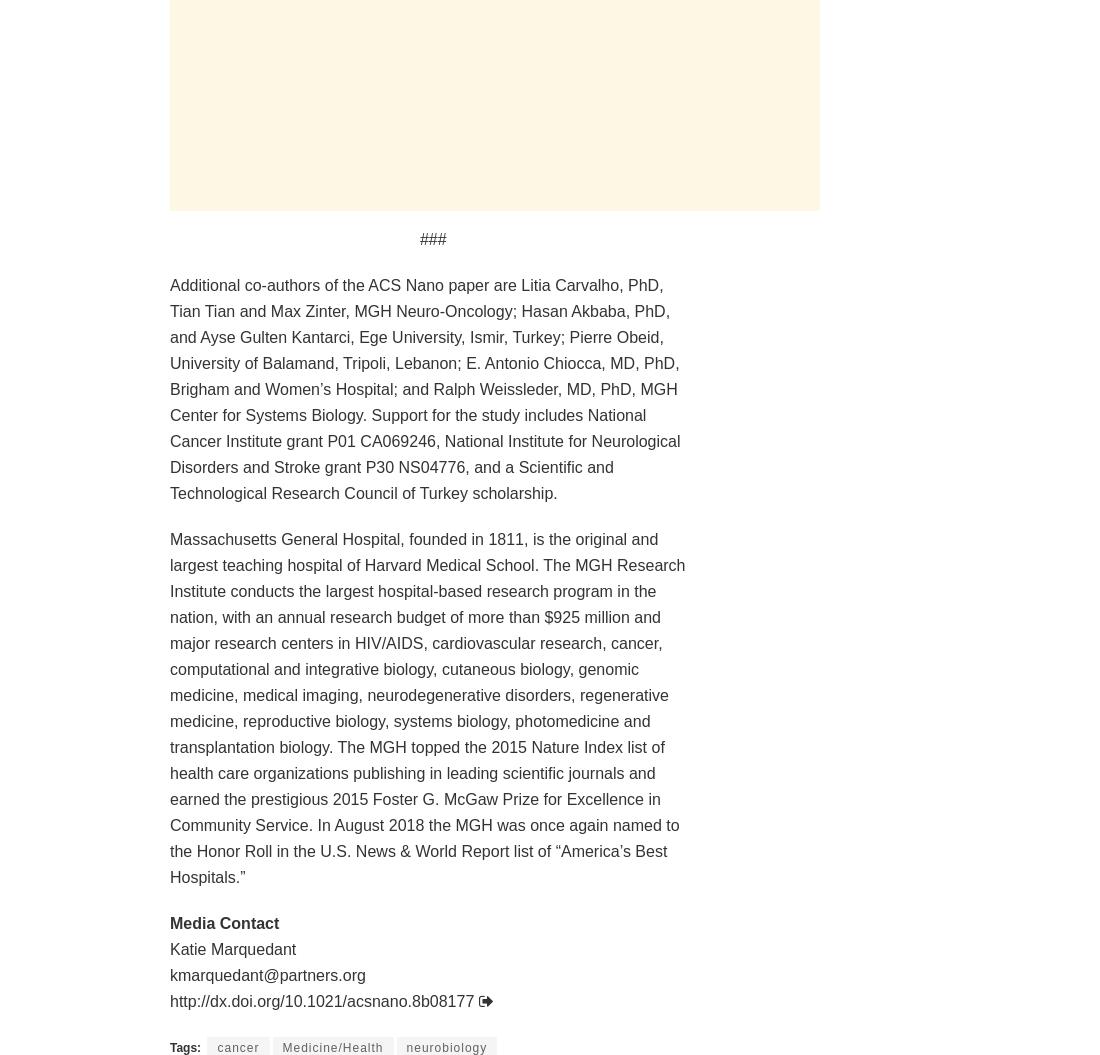 Image resolution: width=1100 pixels, height=1055 pixels. Describe the element at coordinates (270, 999) in the screenshot. I see `'org/'` at that location.